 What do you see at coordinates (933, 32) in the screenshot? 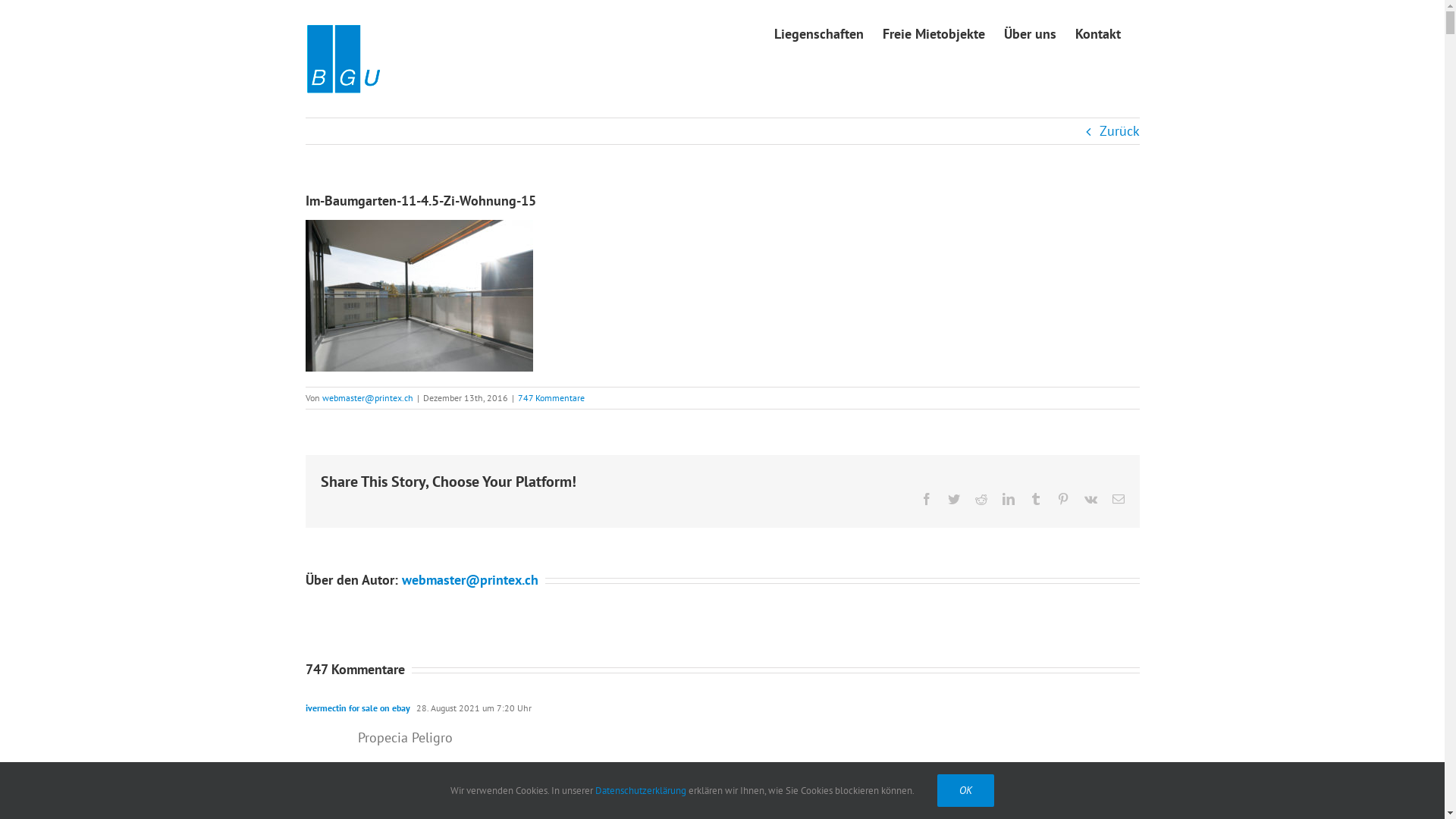
I see `'Freie Mietobjekte'` at bounding box center [933, 32].